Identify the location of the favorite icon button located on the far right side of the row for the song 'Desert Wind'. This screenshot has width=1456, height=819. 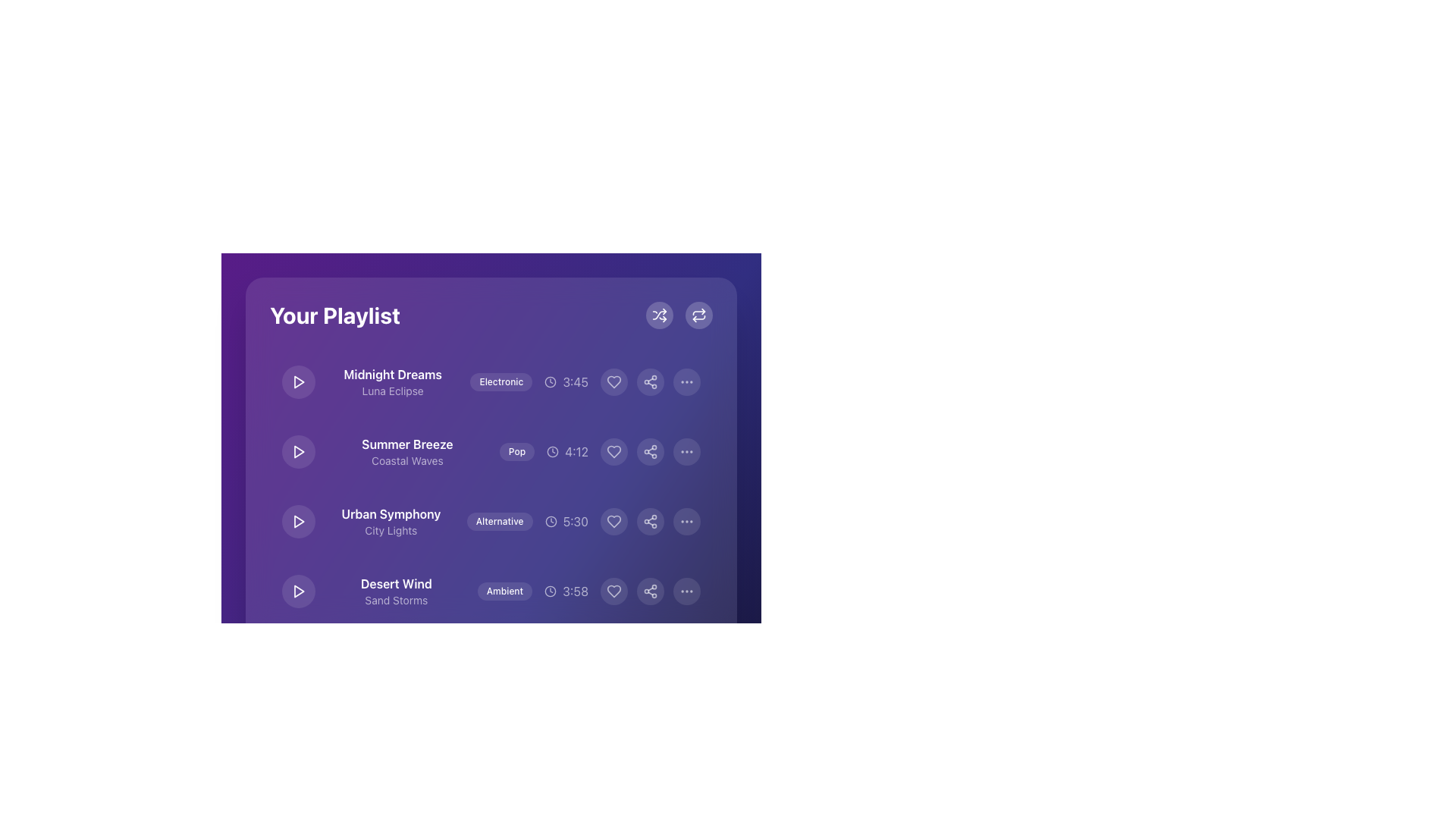
(614, 590).